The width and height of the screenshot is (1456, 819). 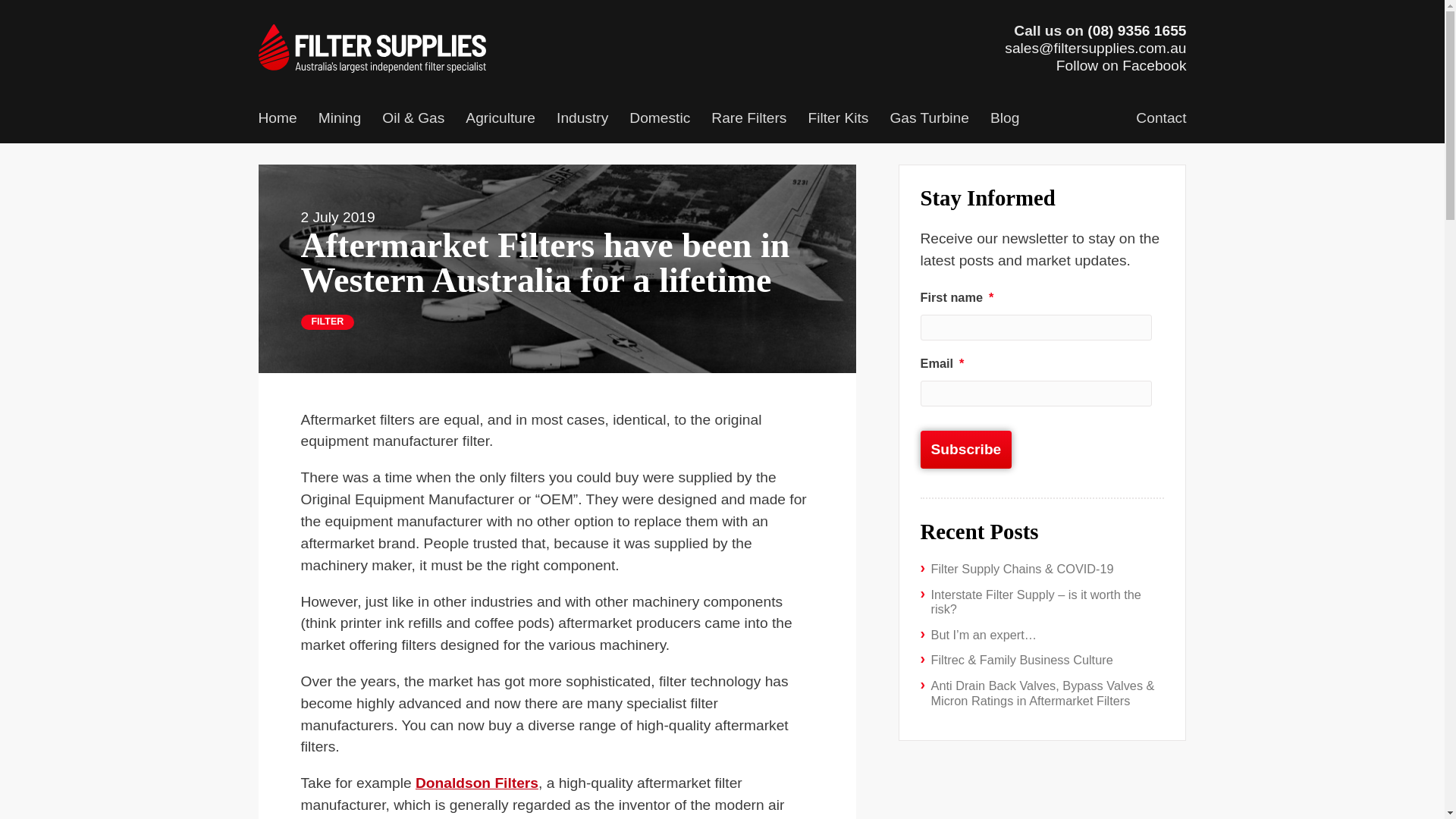 I want to click on 'Rare Filters', so click(x=748, y=119).